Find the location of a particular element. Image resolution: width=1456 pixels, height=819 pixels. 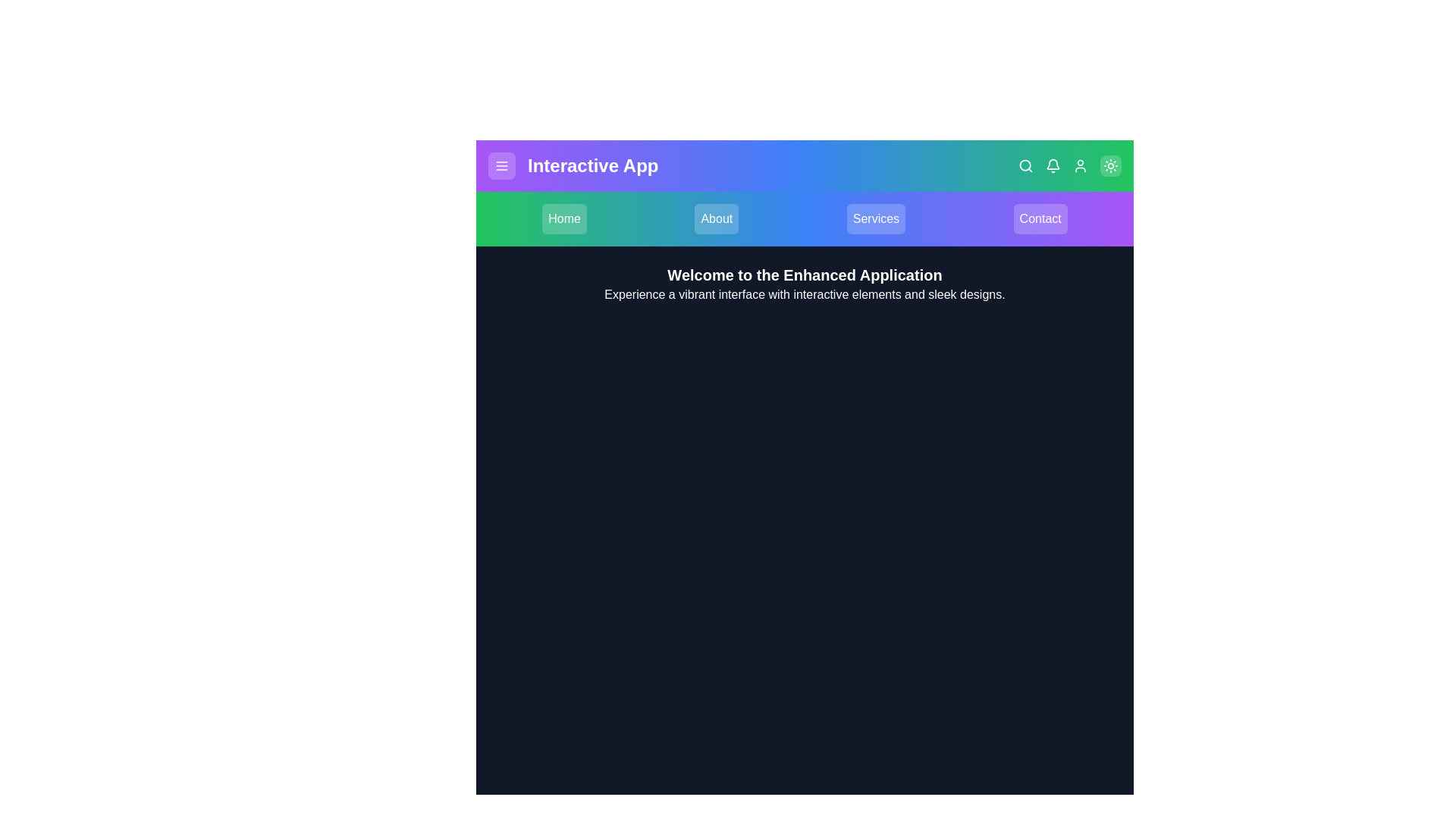

the navigation item Home to navigate to the corresponding section is located at coordinates (563, 219).